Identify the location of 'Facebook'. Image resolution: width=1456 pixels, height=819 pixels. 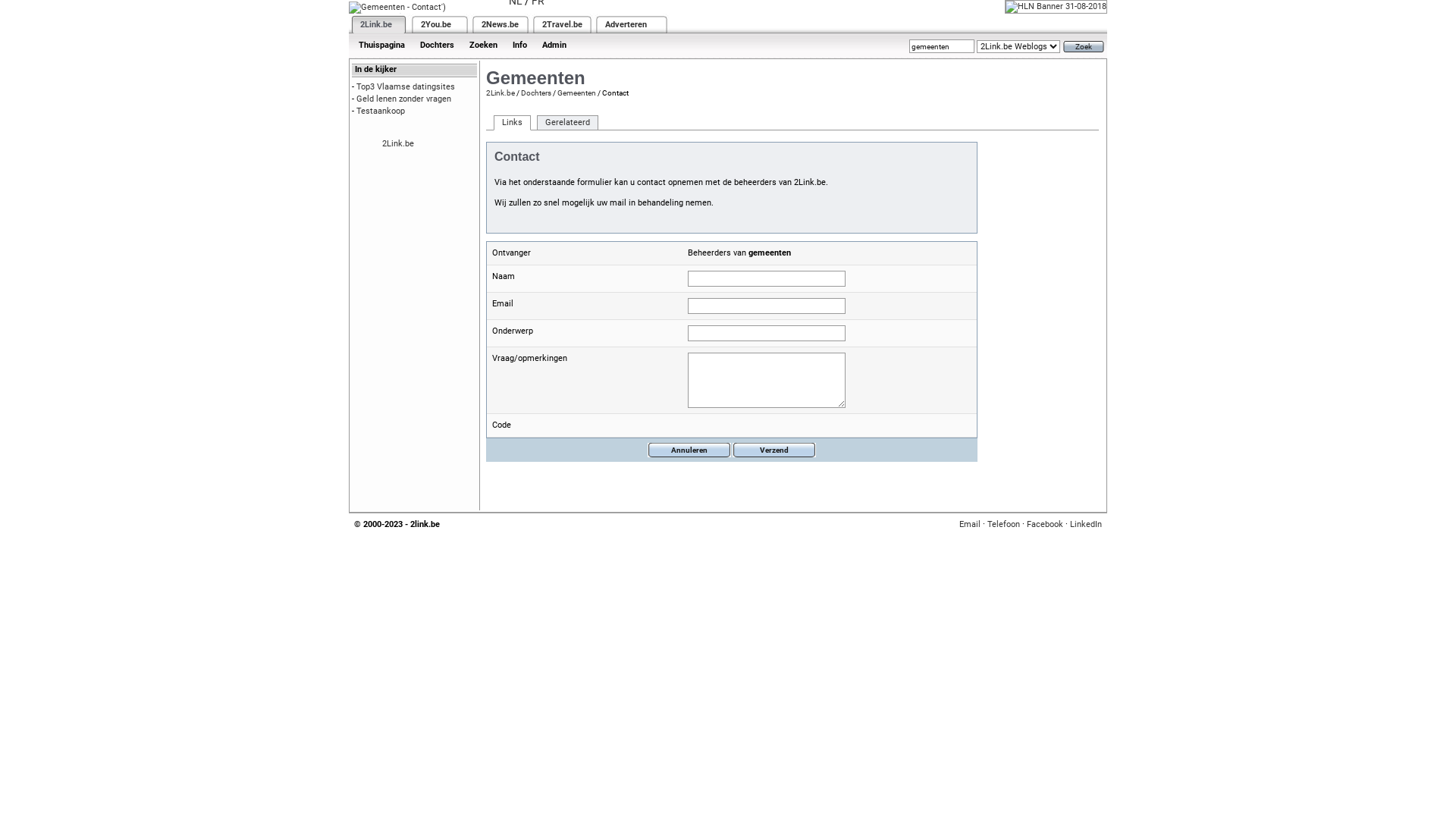
(1043, 523).